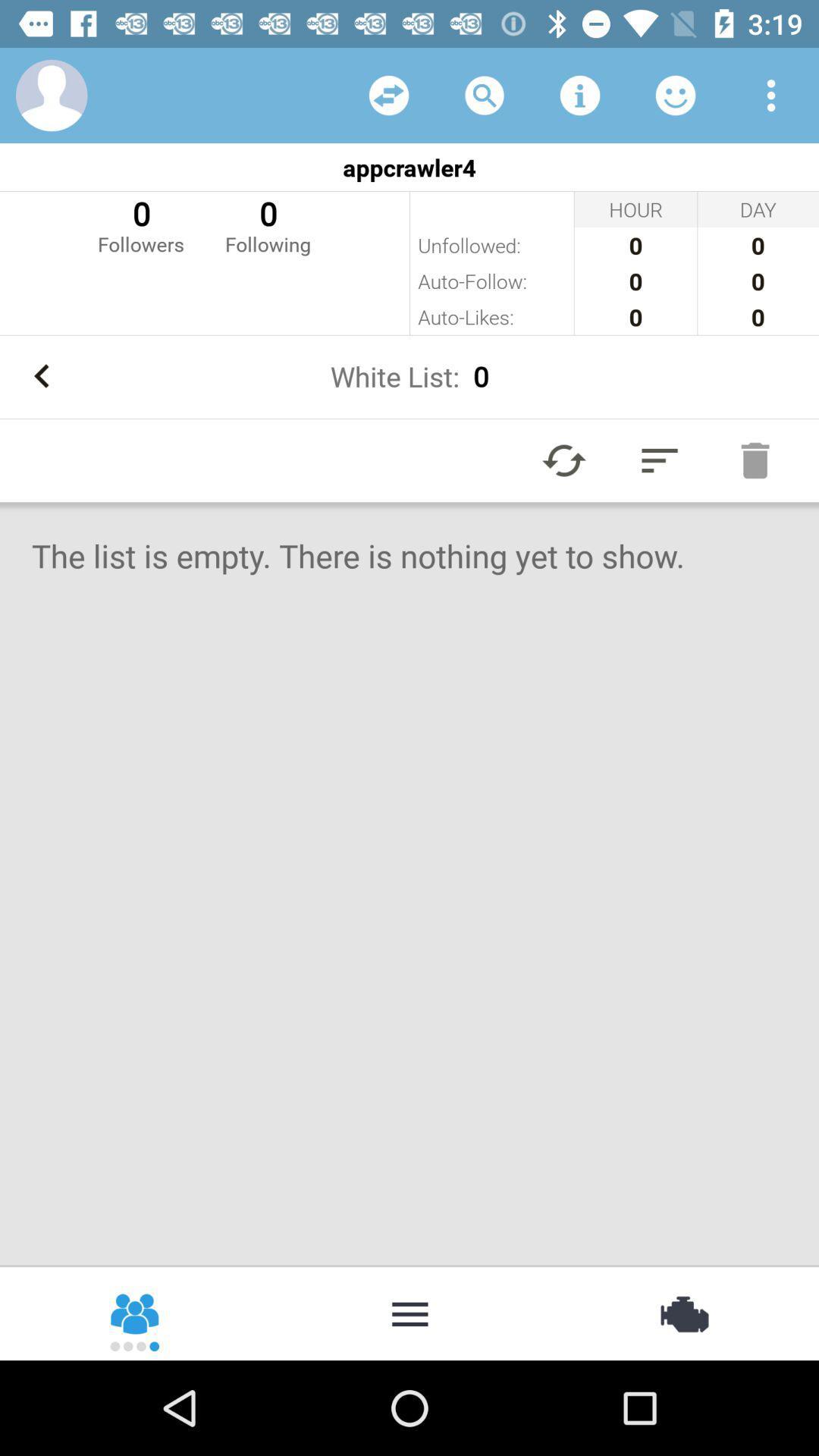 The height and width of the screenshot is (1456, 819). Describe the element at coordinates (485, 94) in the screenshot. I see `open search bar` at that location.